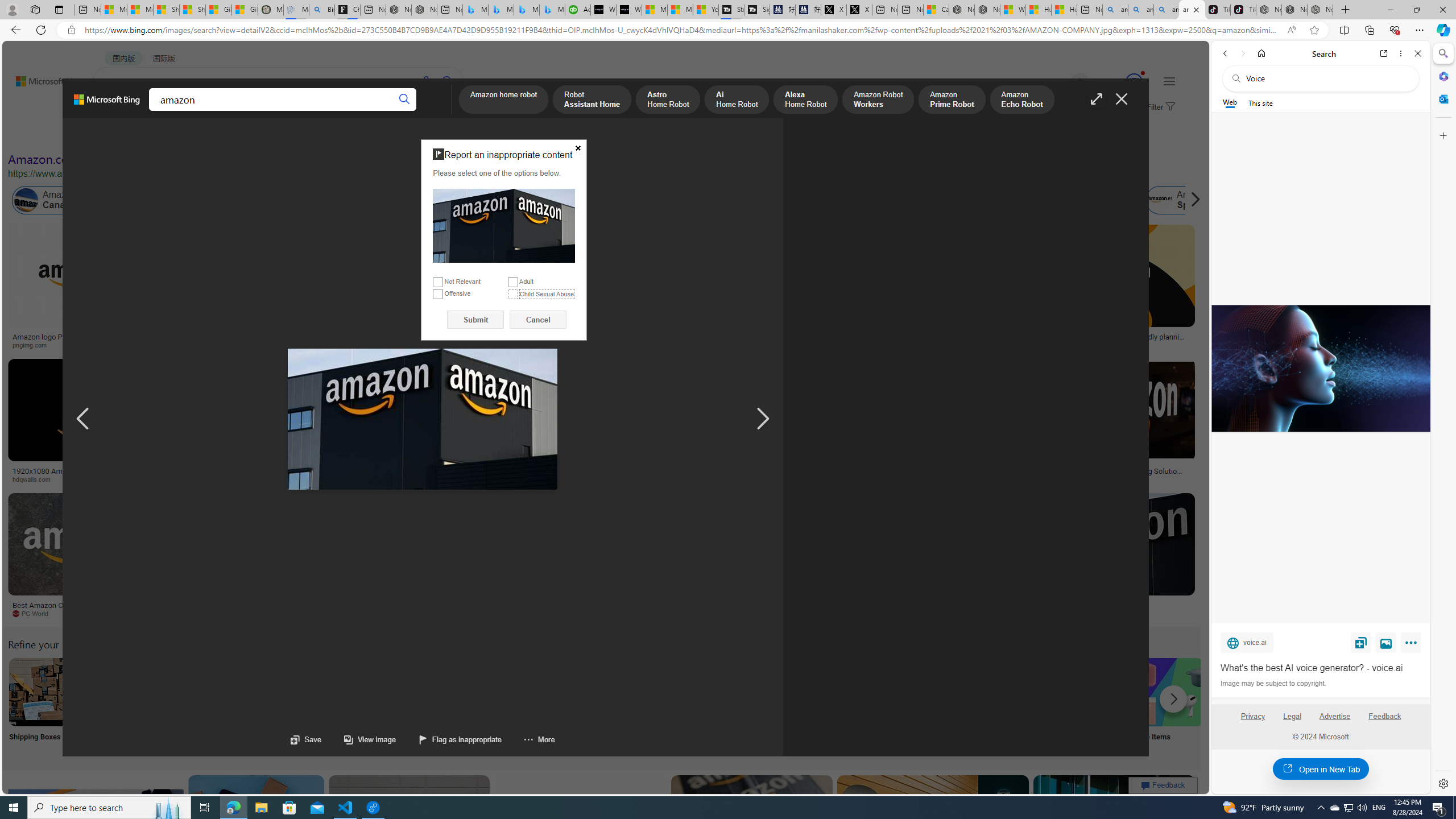 Image resolution: width=1456 pixels, height=819 pixels. What do you see at coordinates (127, 135) in the screenshot?
I see `'Image size'` at bounding box center [127, 135].